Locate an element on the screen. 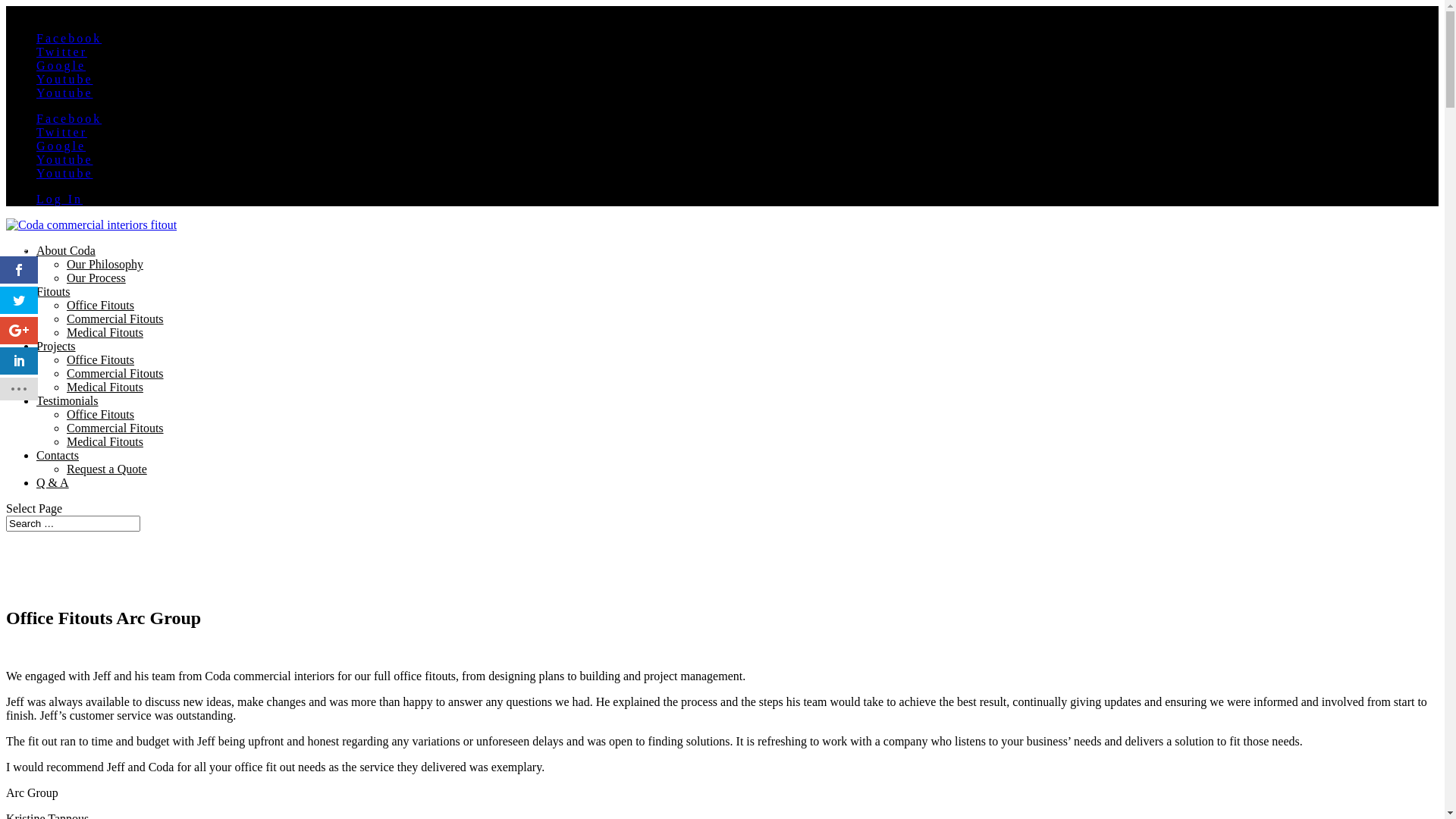 The image size is (1456, 819). 'Log In' is located at coordinates (36, 198).